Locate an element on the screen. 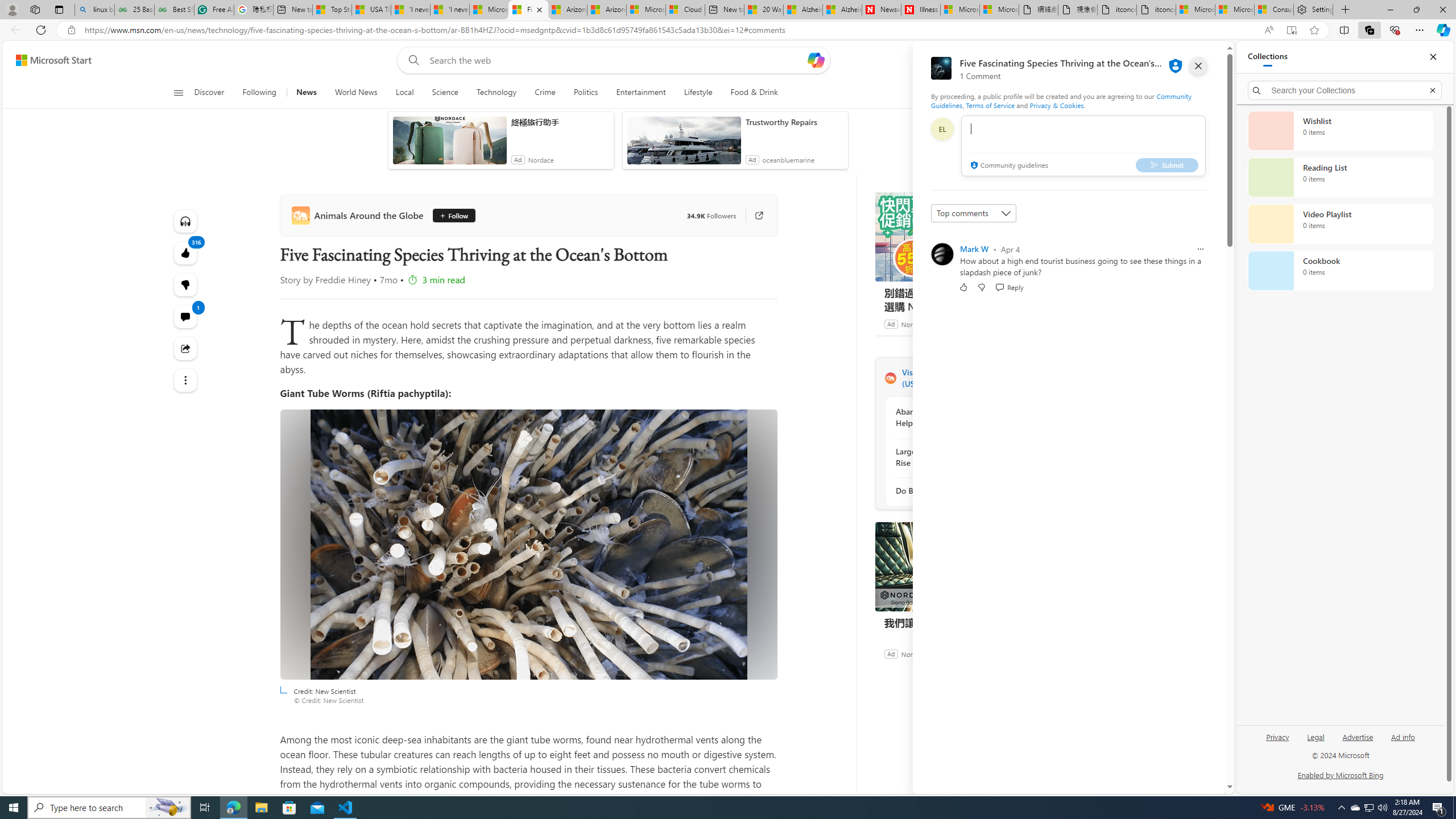  'Privacy' is located at coordinates (1277, 741).